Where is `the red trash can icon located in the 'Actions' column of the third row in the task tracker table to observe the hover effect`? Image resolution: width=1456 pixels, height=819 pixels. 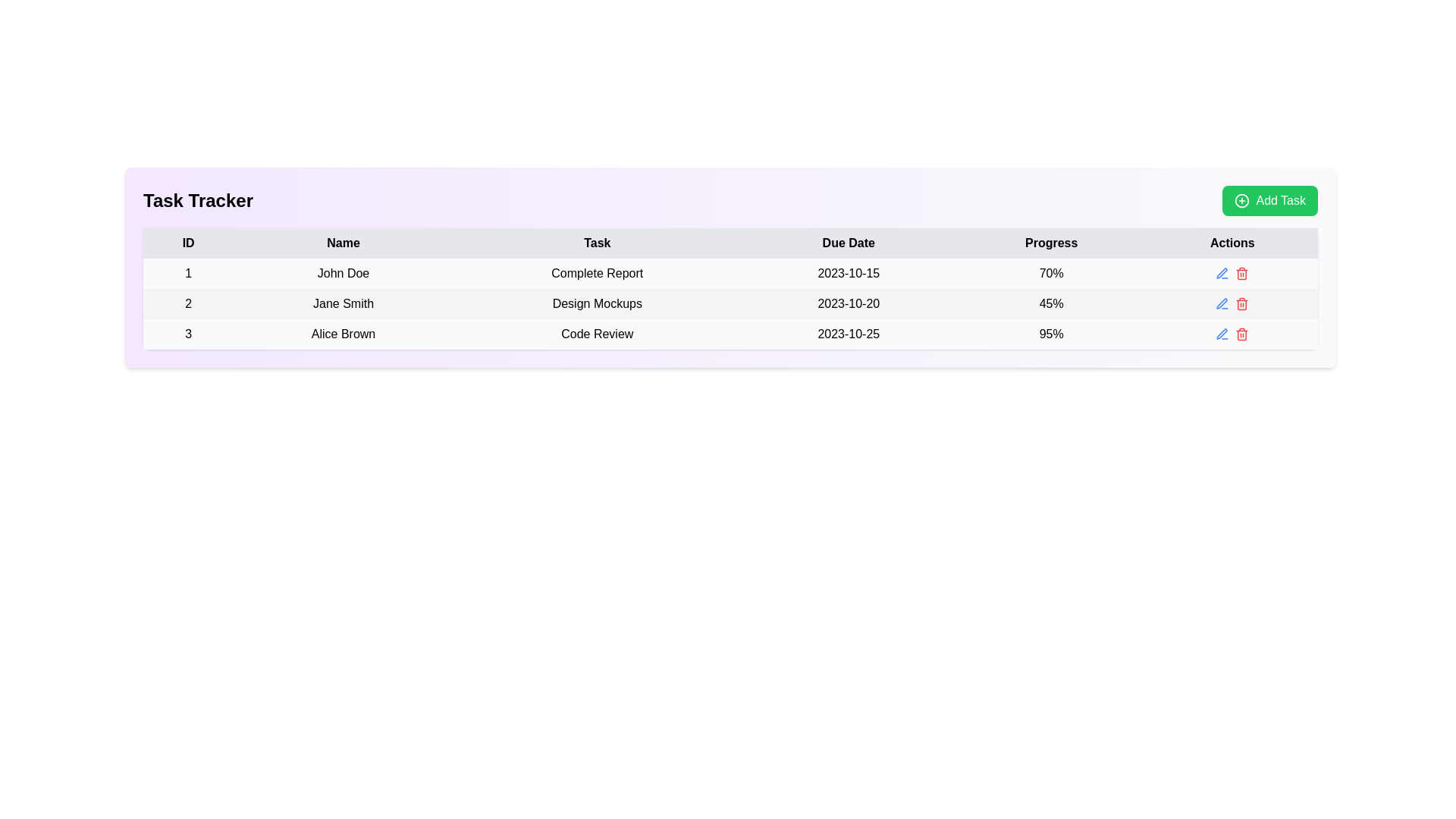 the red trash can icon located in the 'Actions' column of the third row in the task tracker table to observe the hover effect is located at coordinates (1242, 333).